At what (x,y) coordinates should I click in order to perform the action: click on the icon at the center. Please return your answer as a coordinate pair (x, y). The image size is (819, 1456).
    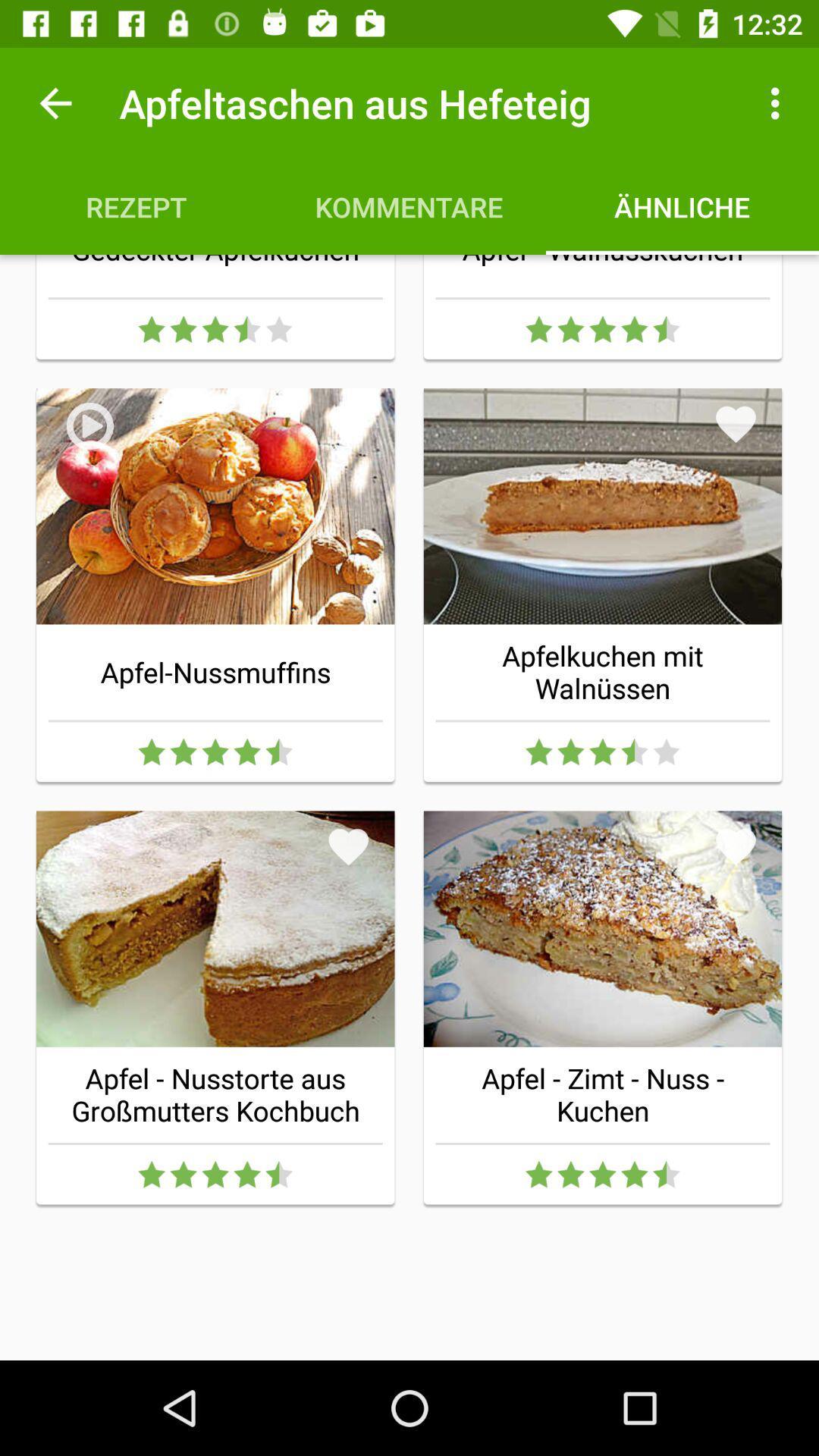
    Looking at the image, I should click on (348, 846).